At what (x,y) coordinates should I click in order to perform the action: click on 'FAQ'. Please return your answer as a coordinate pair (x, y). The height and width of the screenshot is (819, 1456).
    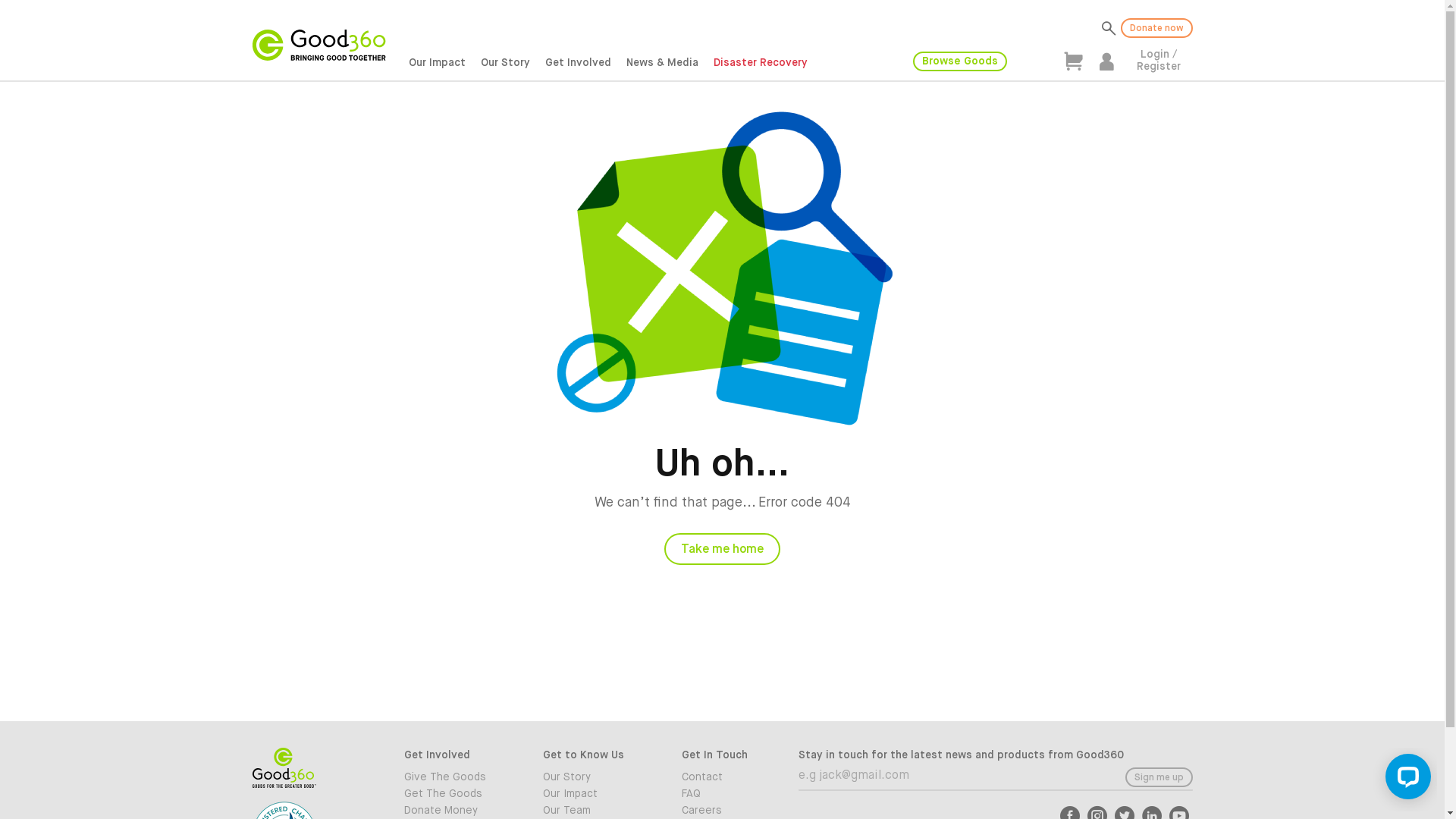
    Looking at the image, I should click on (739, 792).